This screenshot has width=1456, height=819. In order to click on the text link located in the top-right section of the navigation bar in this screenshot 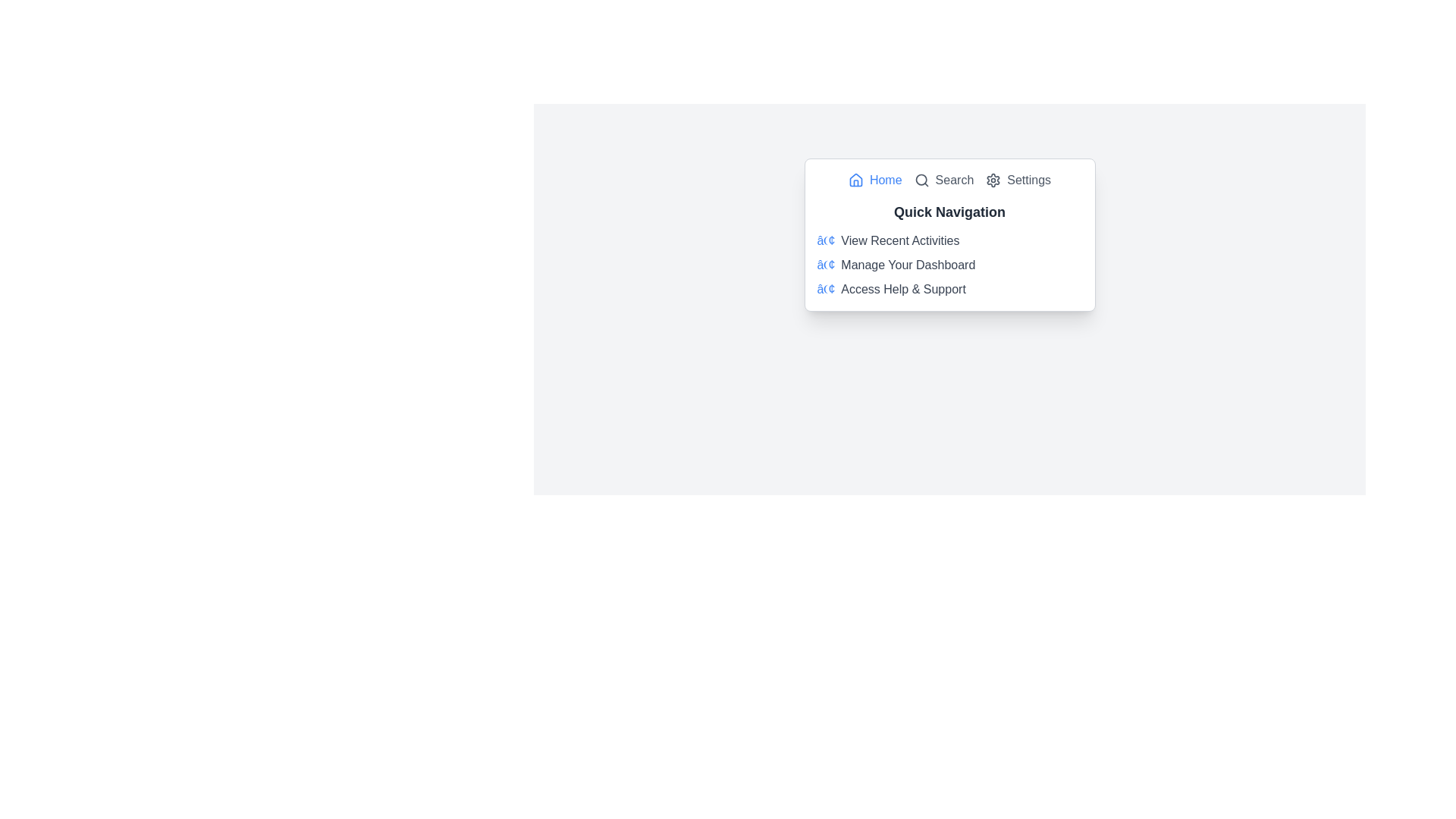, I will do `click(1029, 180)`.